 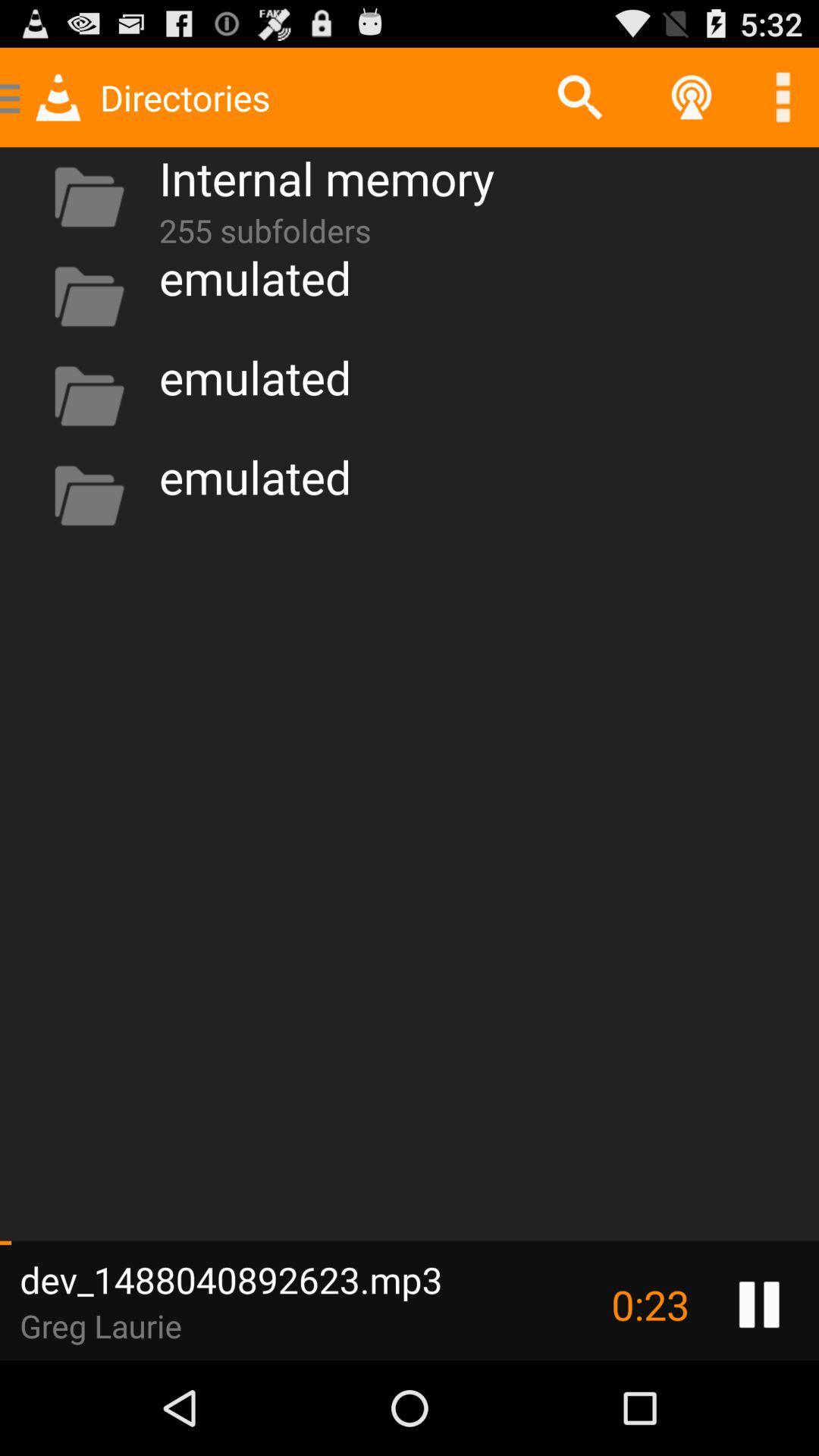 I want to click on 0:24 icon, so click(x=649, y=1304).